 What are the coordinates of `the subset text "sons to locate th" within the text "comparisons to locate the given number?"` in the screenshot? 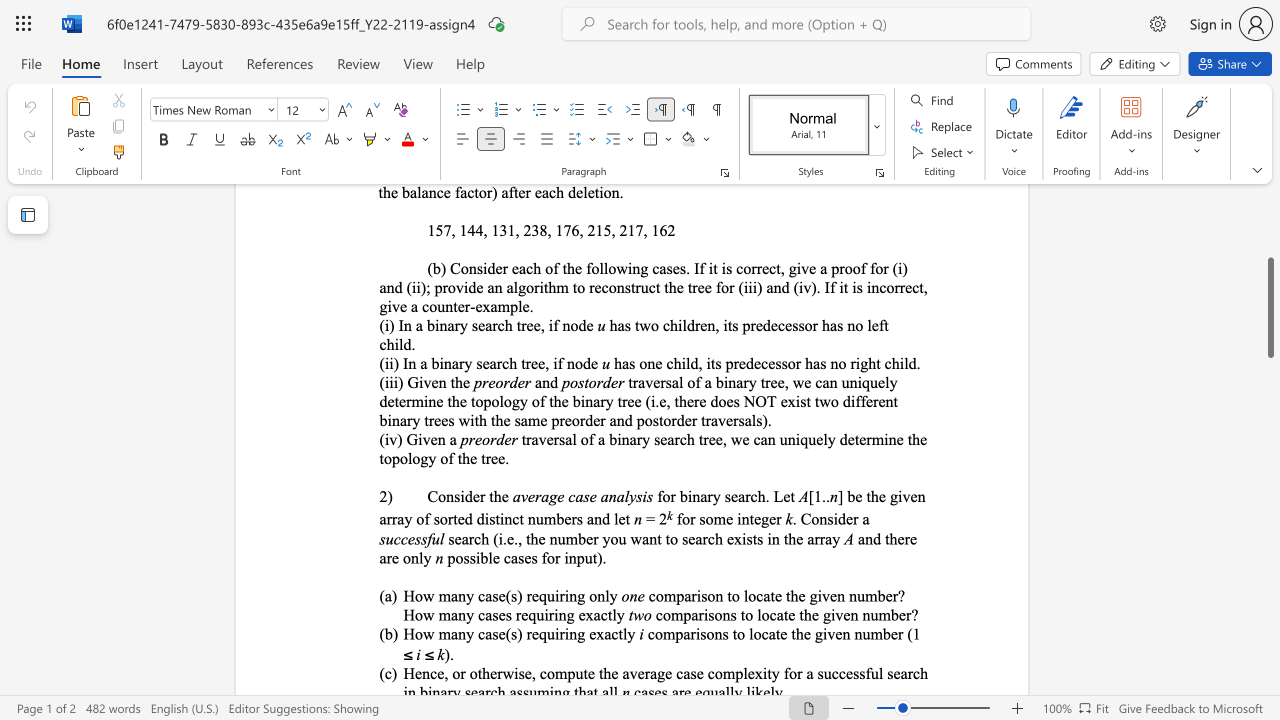 It's located at (708, 614).